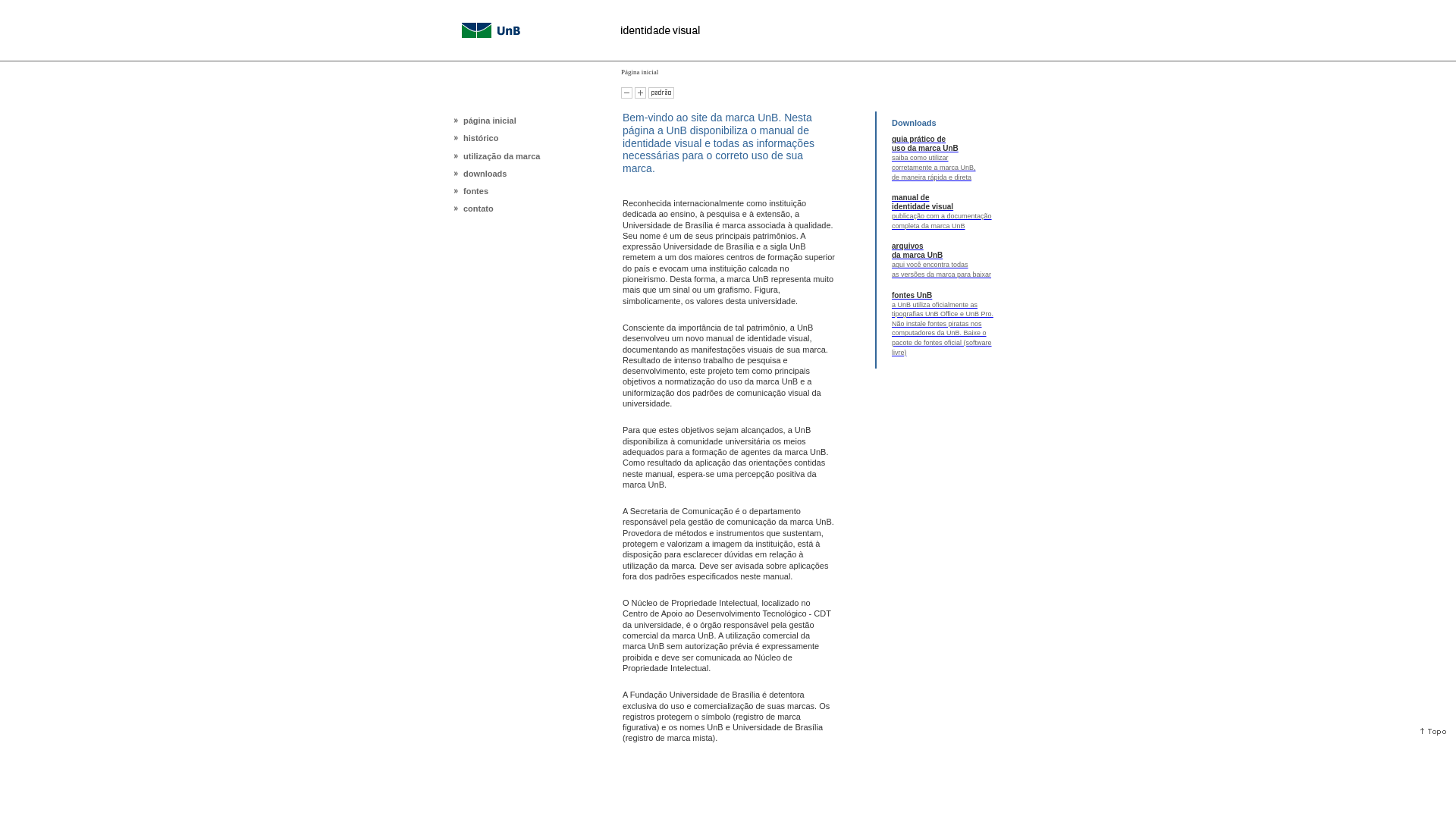 The height and width of the screenshot is (819, 1456). I want to click on 'downloads', so click(484, 172).